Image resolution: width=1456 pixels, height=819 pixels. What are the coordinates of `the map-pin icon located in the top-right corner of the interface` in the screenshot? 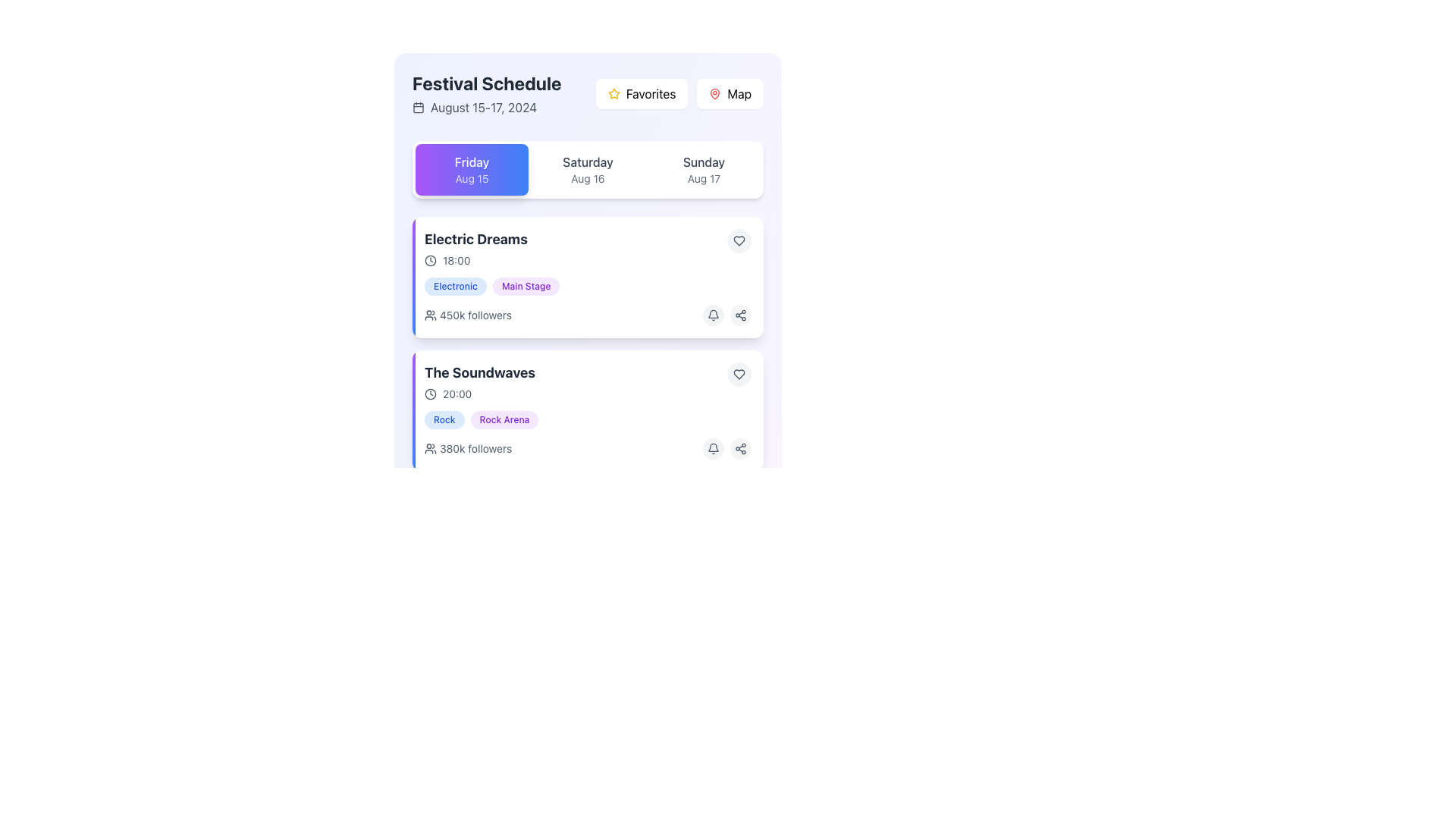 It's located at (714, 93).